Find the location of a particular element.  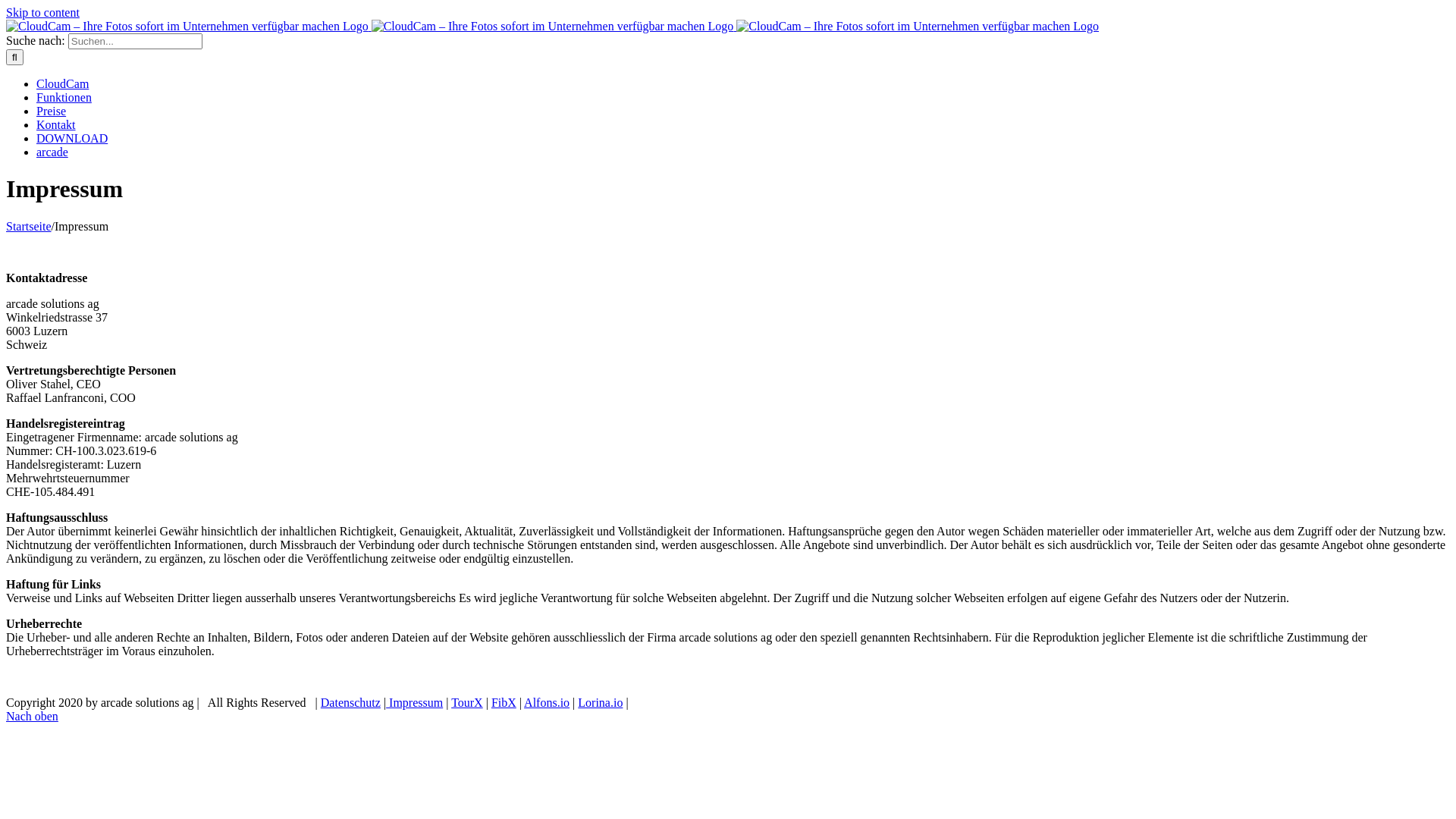

'Funktionen' is located at coordinates (63, 97).